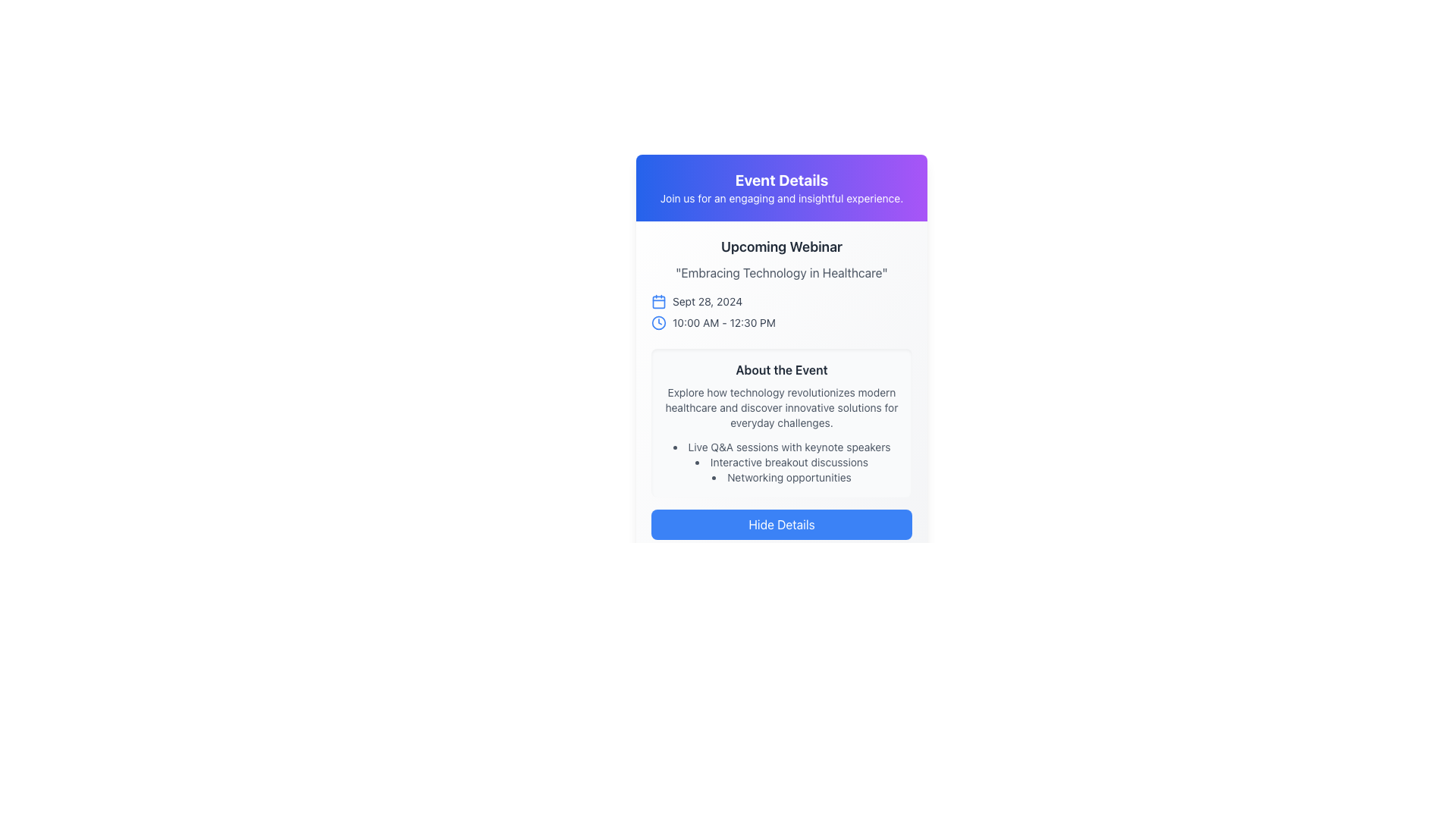 The height and width of the screenshot is (819, 1456). I want to click on date displayed in the small gray font text label showing 'Sept 28, 2024', which is positioned to the right of the blue calendar icon, so click(707, 301).